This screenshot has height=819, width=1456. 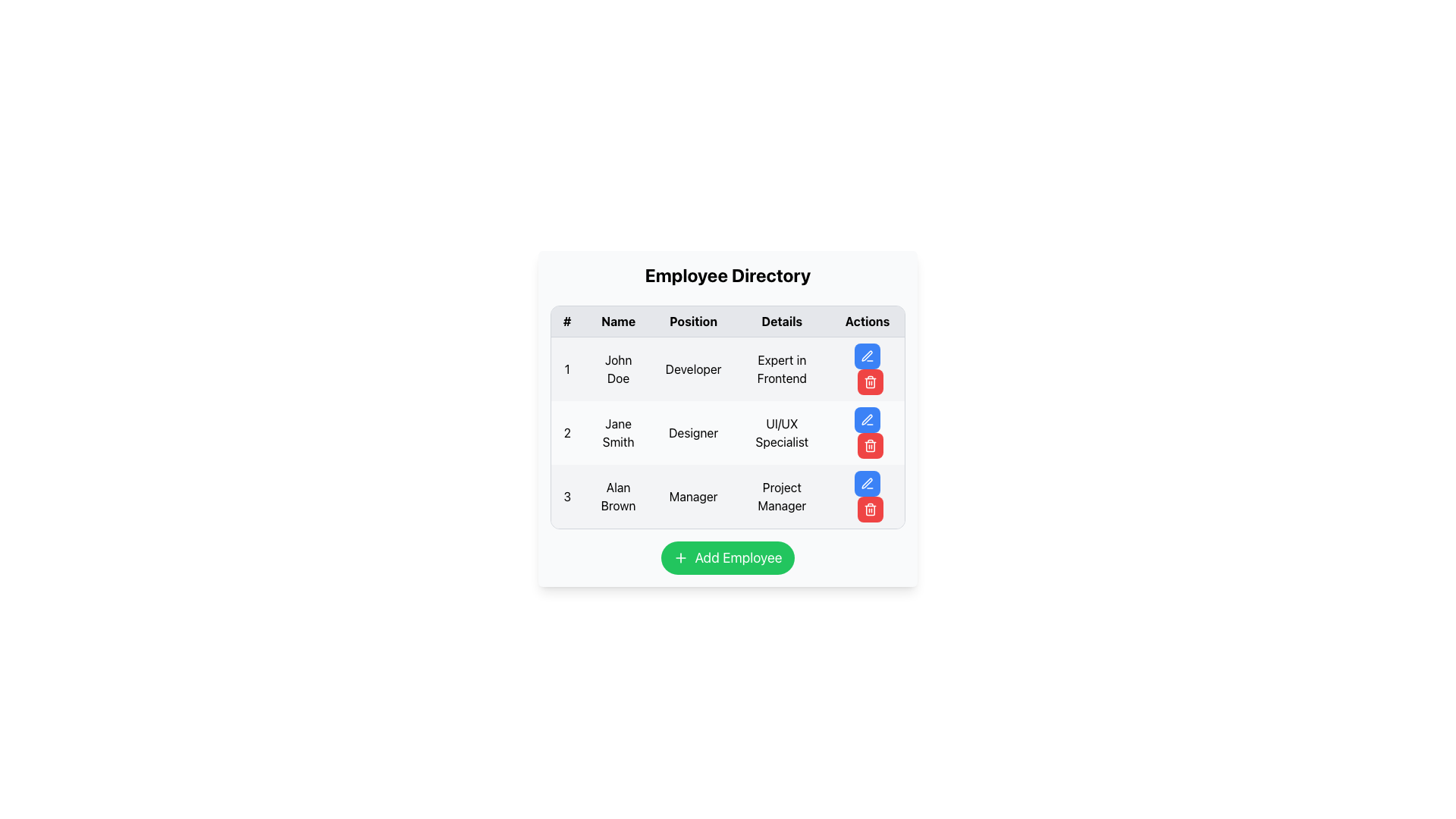 I want to click on the pen icon within the blue button located in the second row of the 'Actions' column next to 'Jane Smith', so click(x=867, y=356).